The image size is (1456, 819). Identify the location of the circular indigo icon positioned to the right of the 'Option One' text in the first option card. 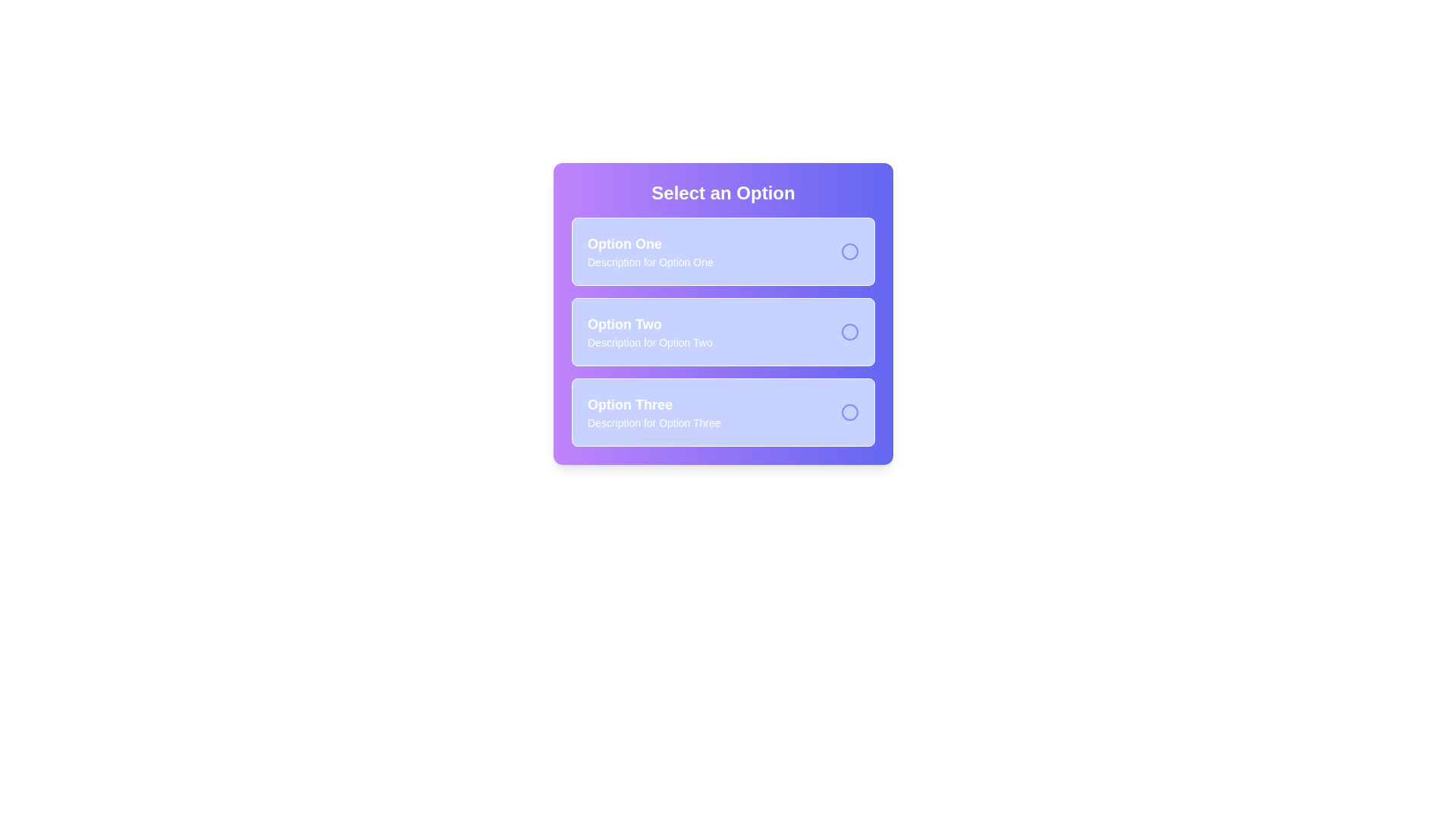
(850, 250).